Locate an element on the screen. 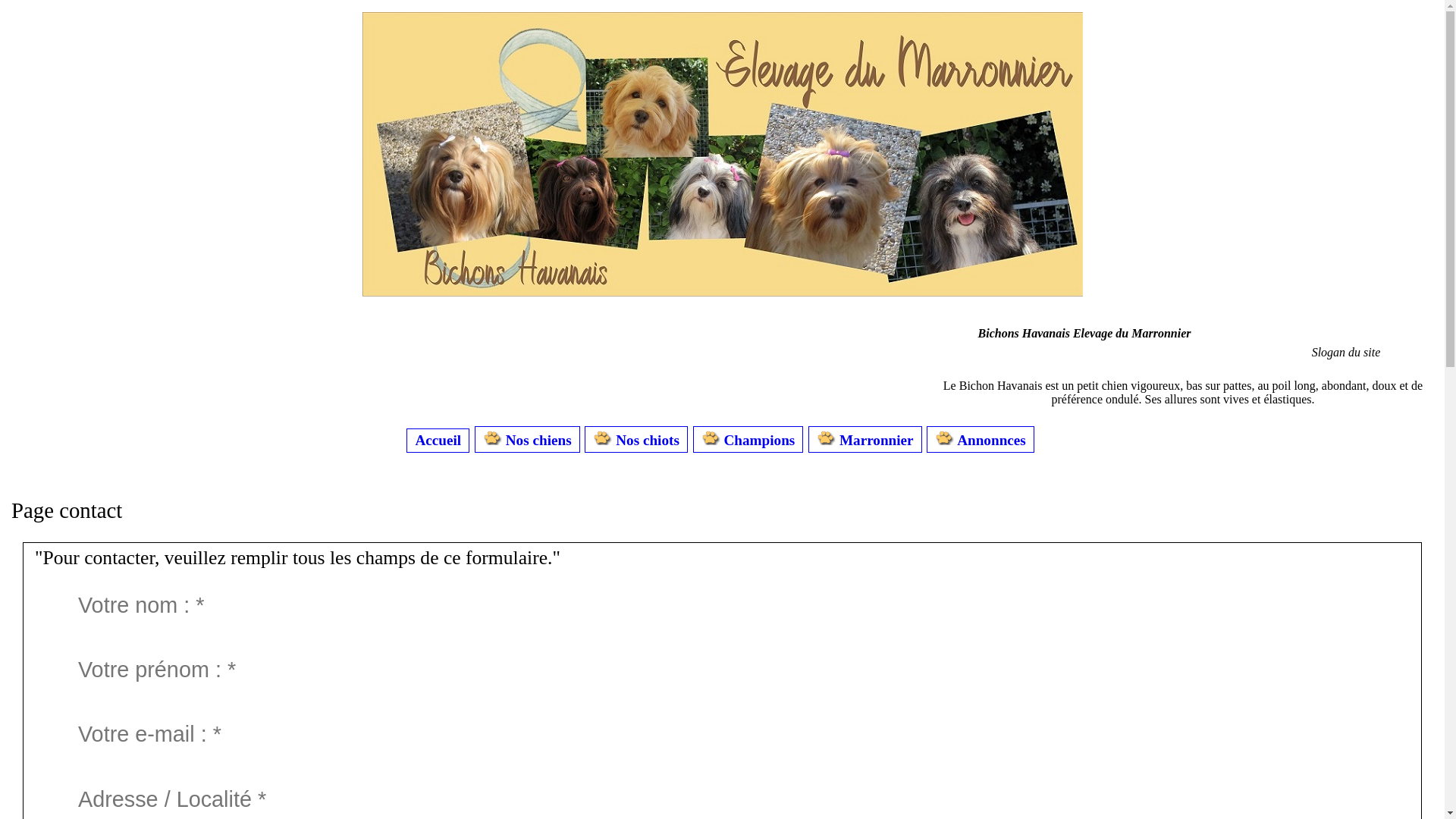  'Marronnier' is located at coordinates (865, 439).